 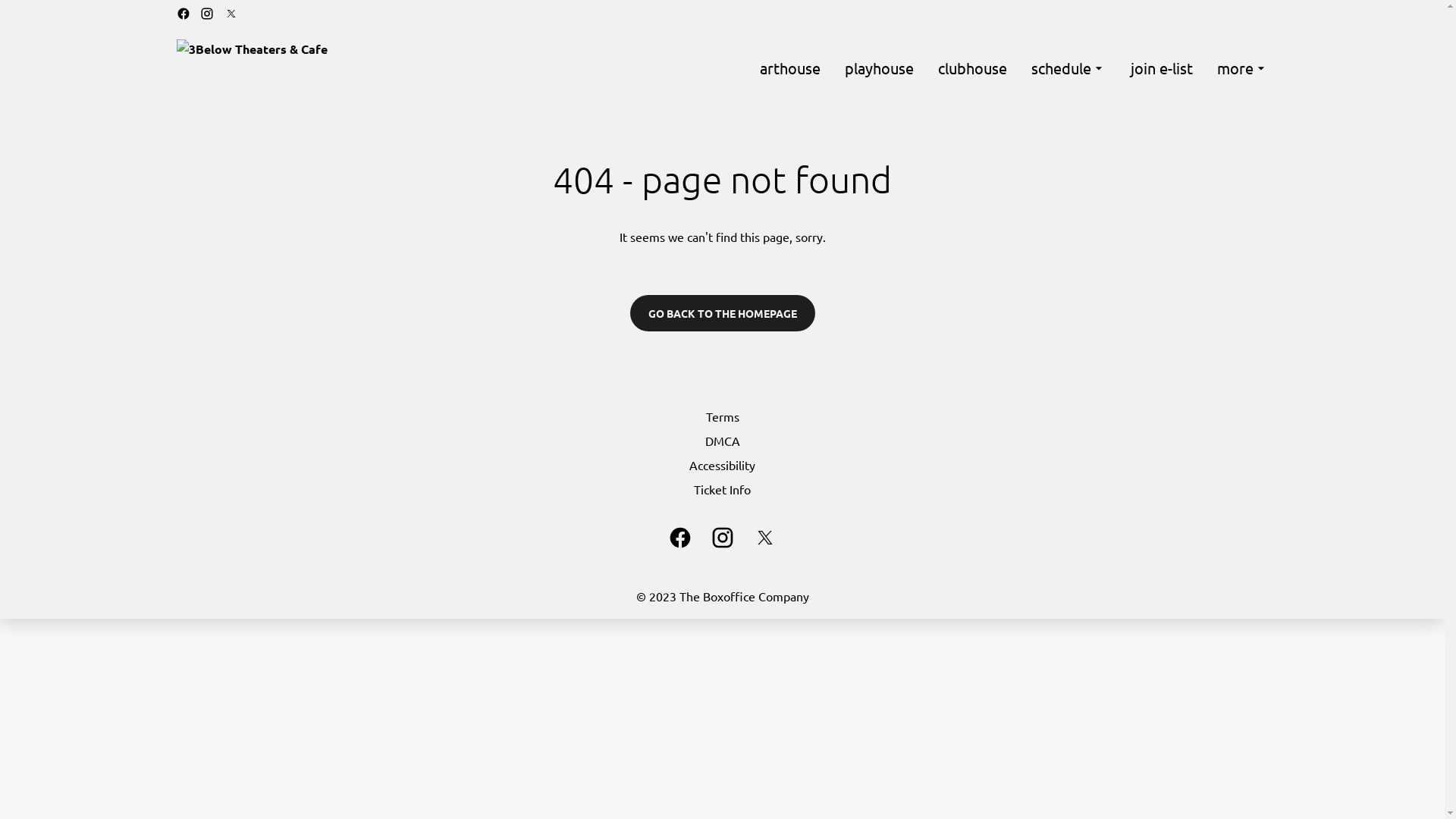 What do you see at coordinates (1068, 67) in the screenshot?
I see `'schedule'` at bounding box center [1068, 67].